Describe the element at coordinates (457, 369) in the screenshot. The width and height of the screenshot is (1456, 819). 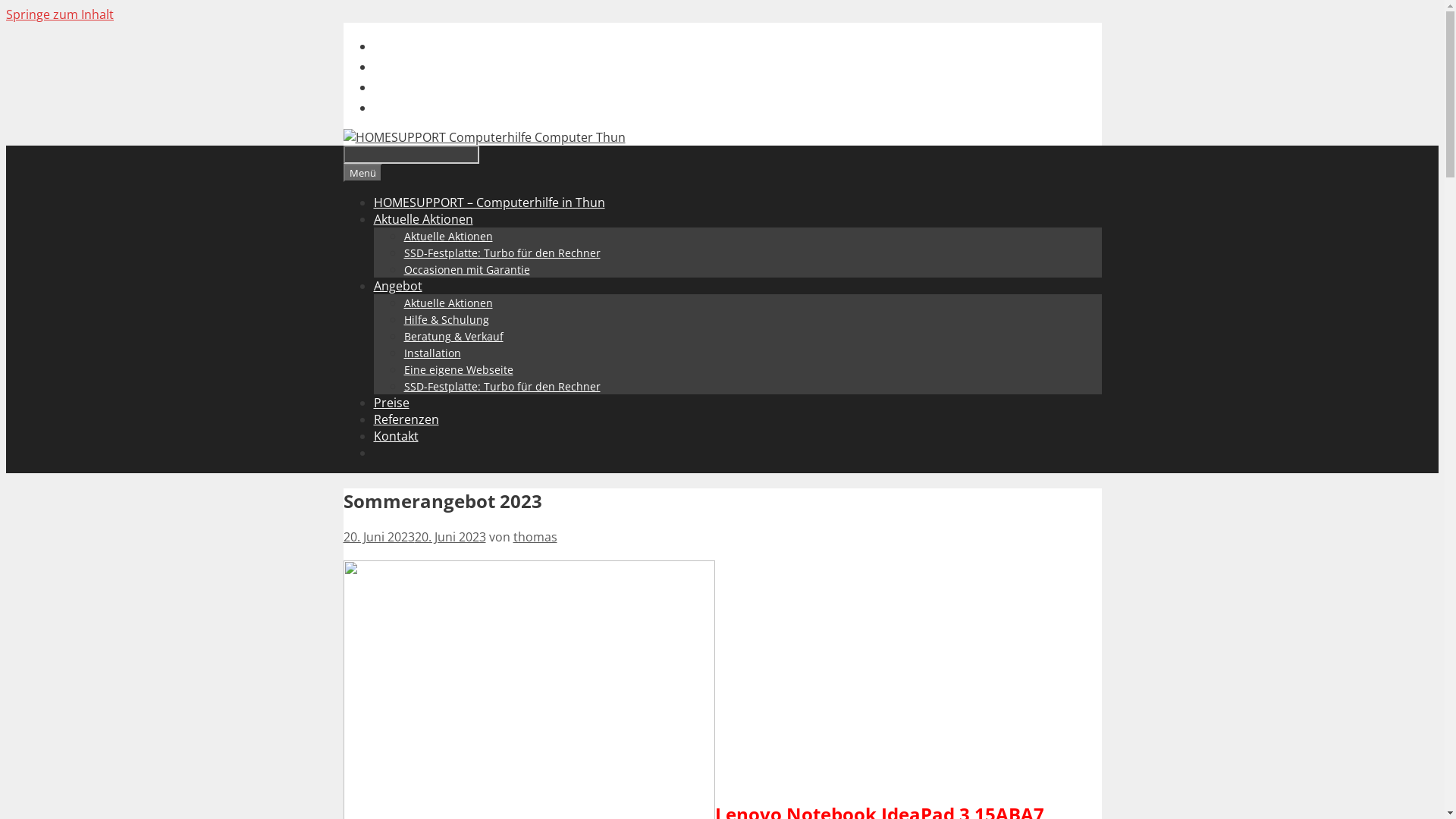
I see `'Eine eigene Webseite'` at that location.